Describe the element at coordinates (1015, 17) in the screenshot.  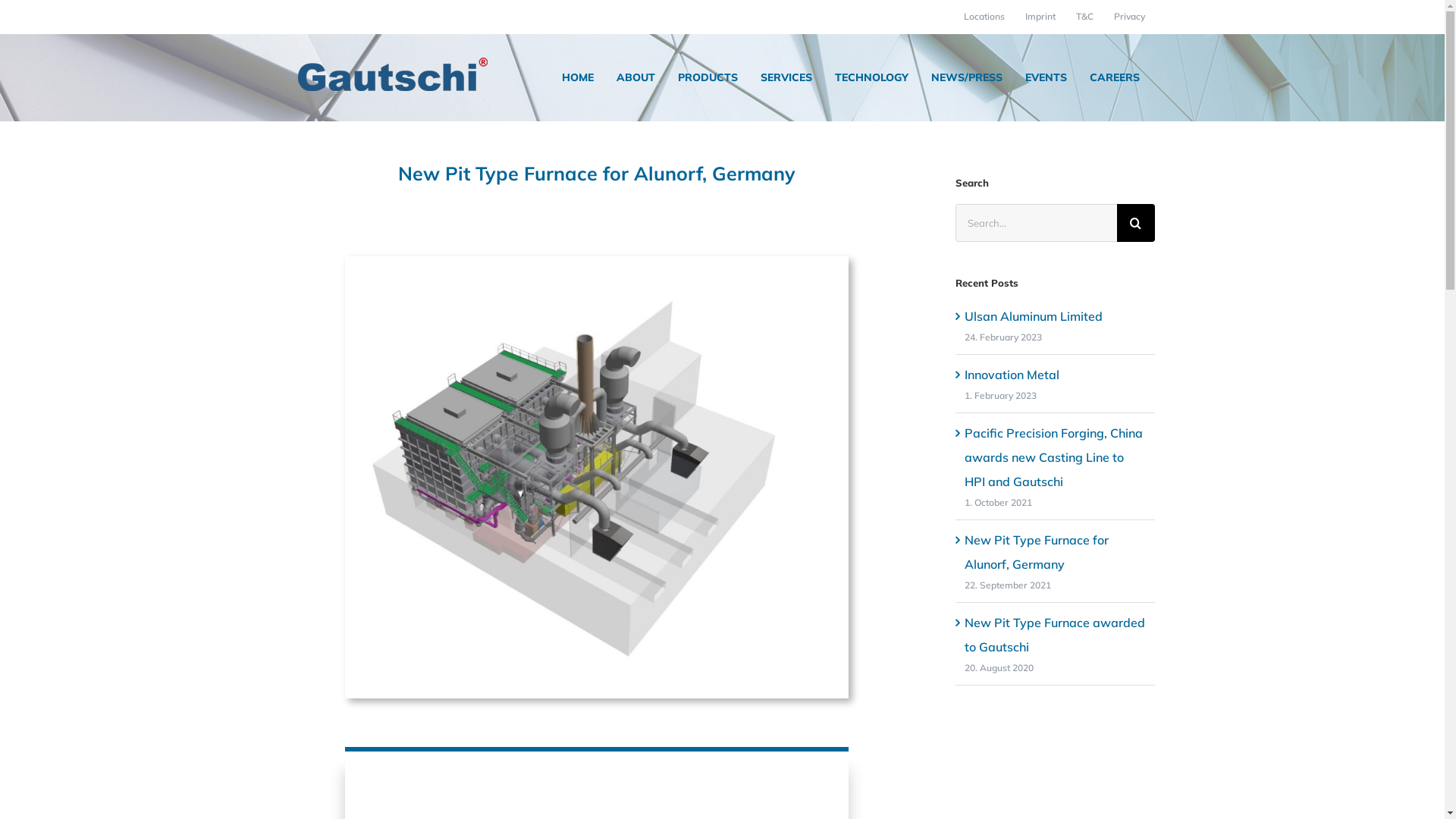
I see `'Imprint'` at that location.